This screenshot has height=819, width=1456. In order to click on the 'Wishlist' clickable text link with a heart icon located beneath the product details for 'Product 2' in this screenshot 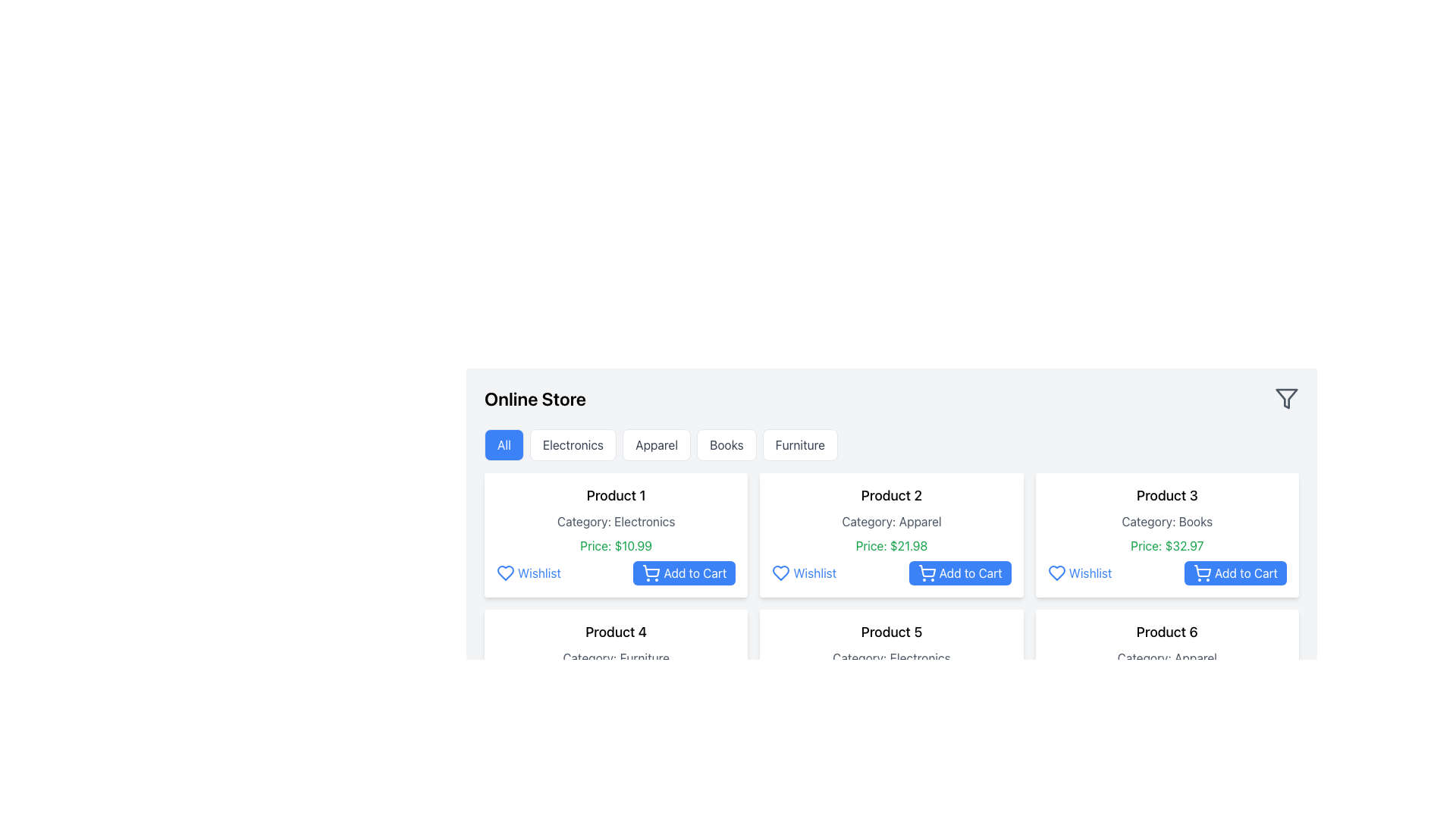, I will do `click(803, 573)`.